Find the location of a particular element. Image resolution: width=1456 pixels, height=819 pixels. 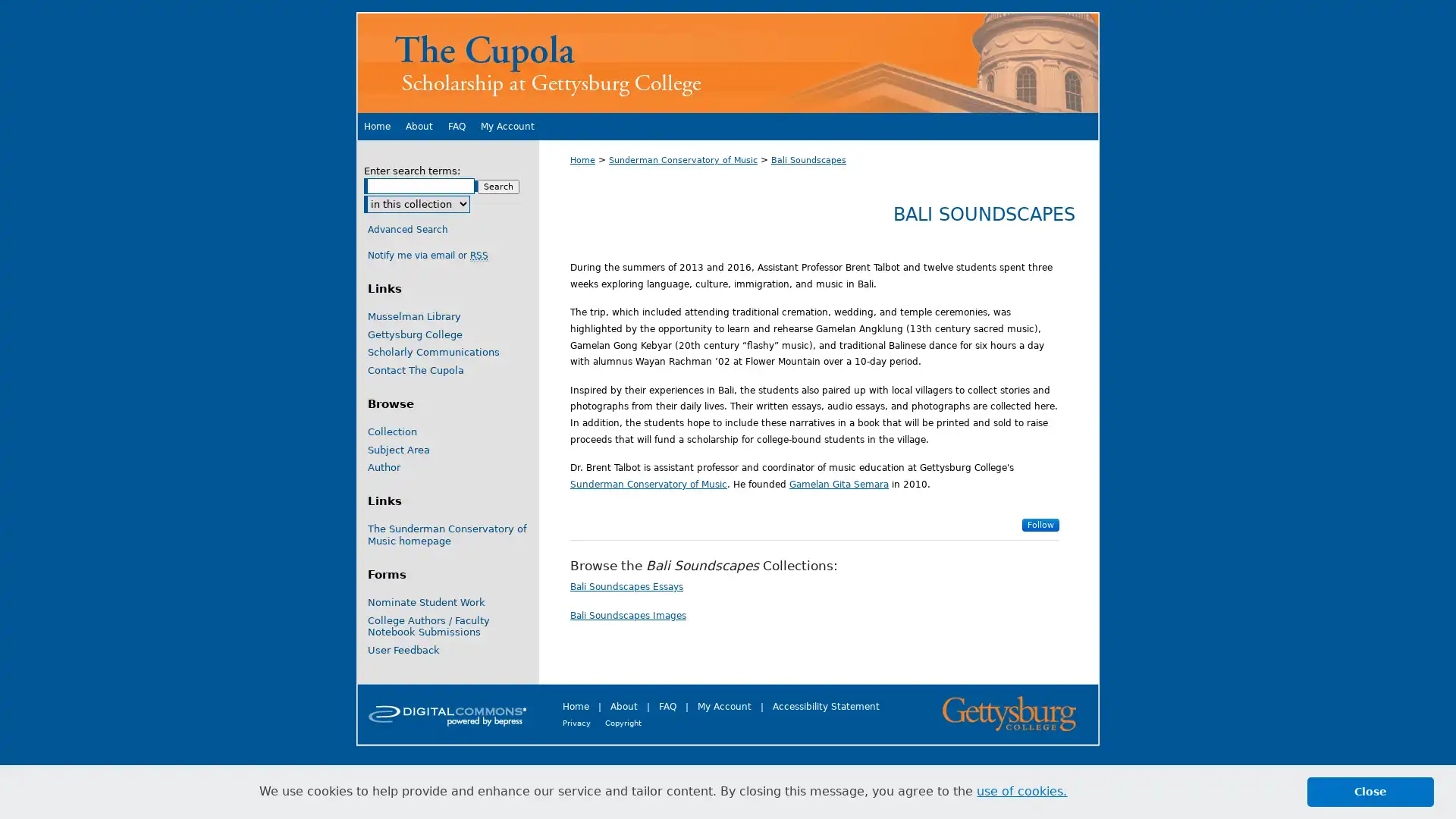

learn more about cookies is located at coordinates (1021, 791).